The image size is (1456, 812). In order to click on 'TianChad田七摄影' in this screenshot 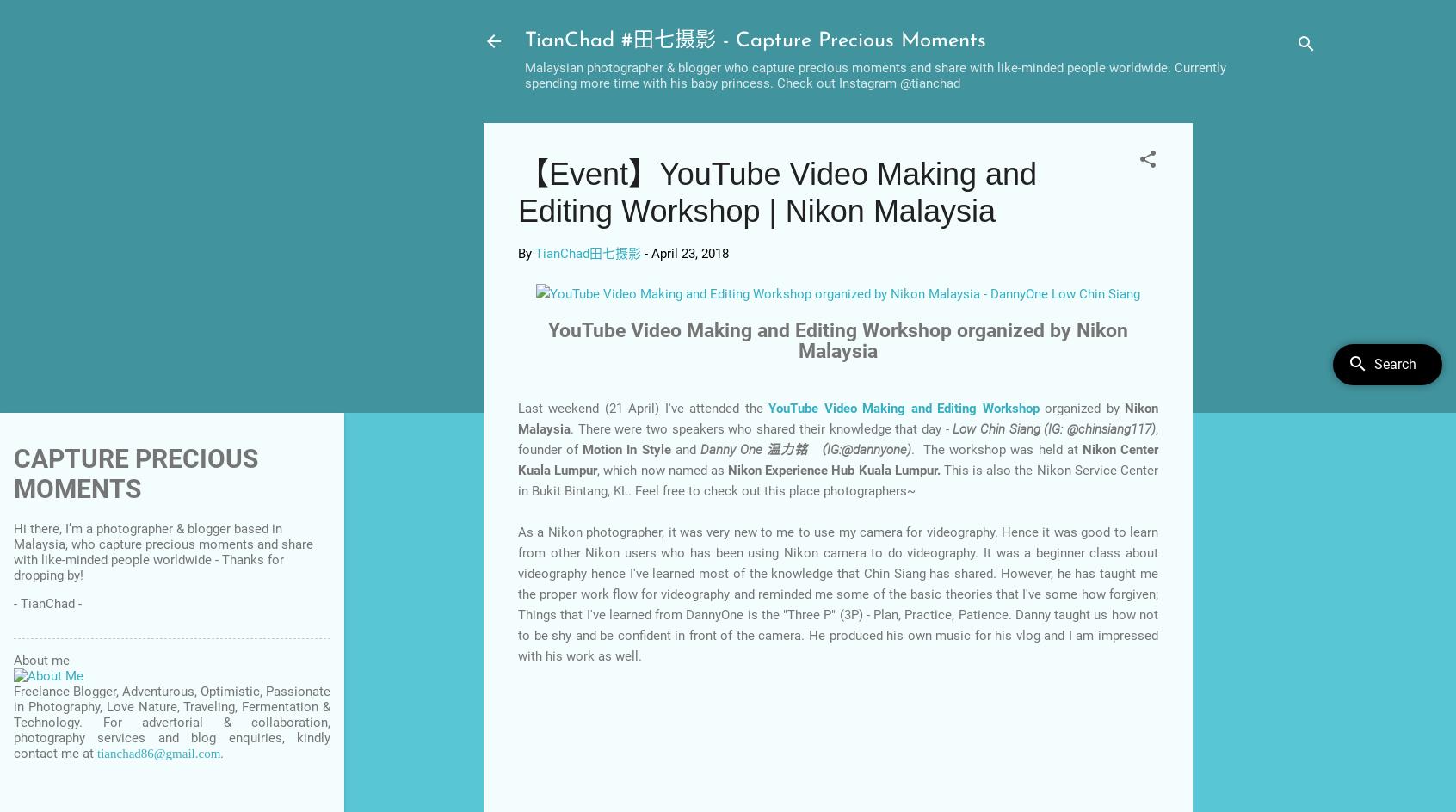, I will do `click(534, 254)`.